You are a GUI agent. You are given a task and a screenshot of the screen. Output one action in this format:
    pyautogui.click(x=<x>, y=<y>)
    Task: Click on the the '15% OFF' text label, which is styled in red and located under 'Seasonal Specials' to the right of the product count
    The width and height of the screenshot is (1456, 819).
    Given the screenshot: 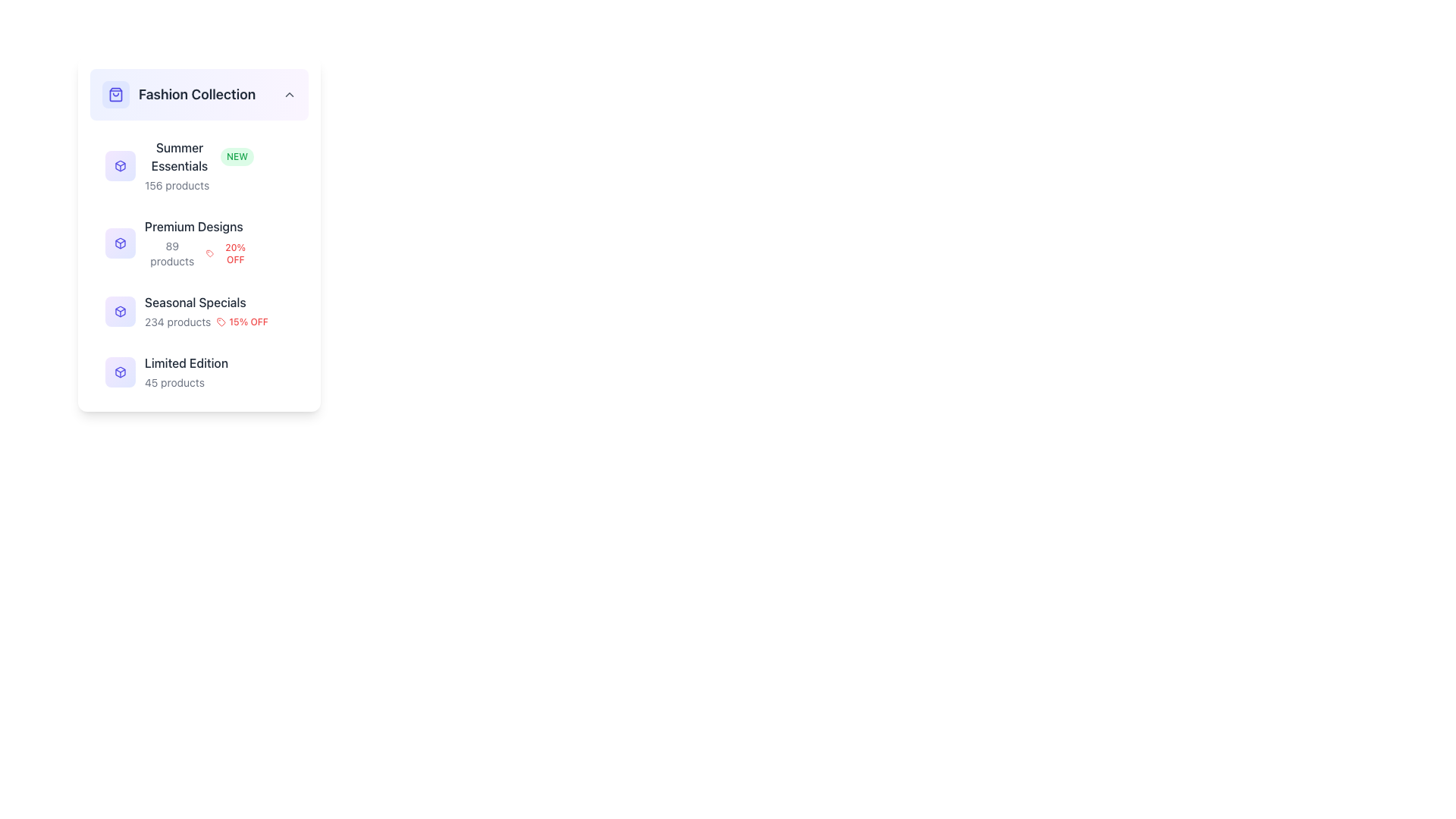 What is the action you would take?
    pyautogui.click(x=249, y=321)
    